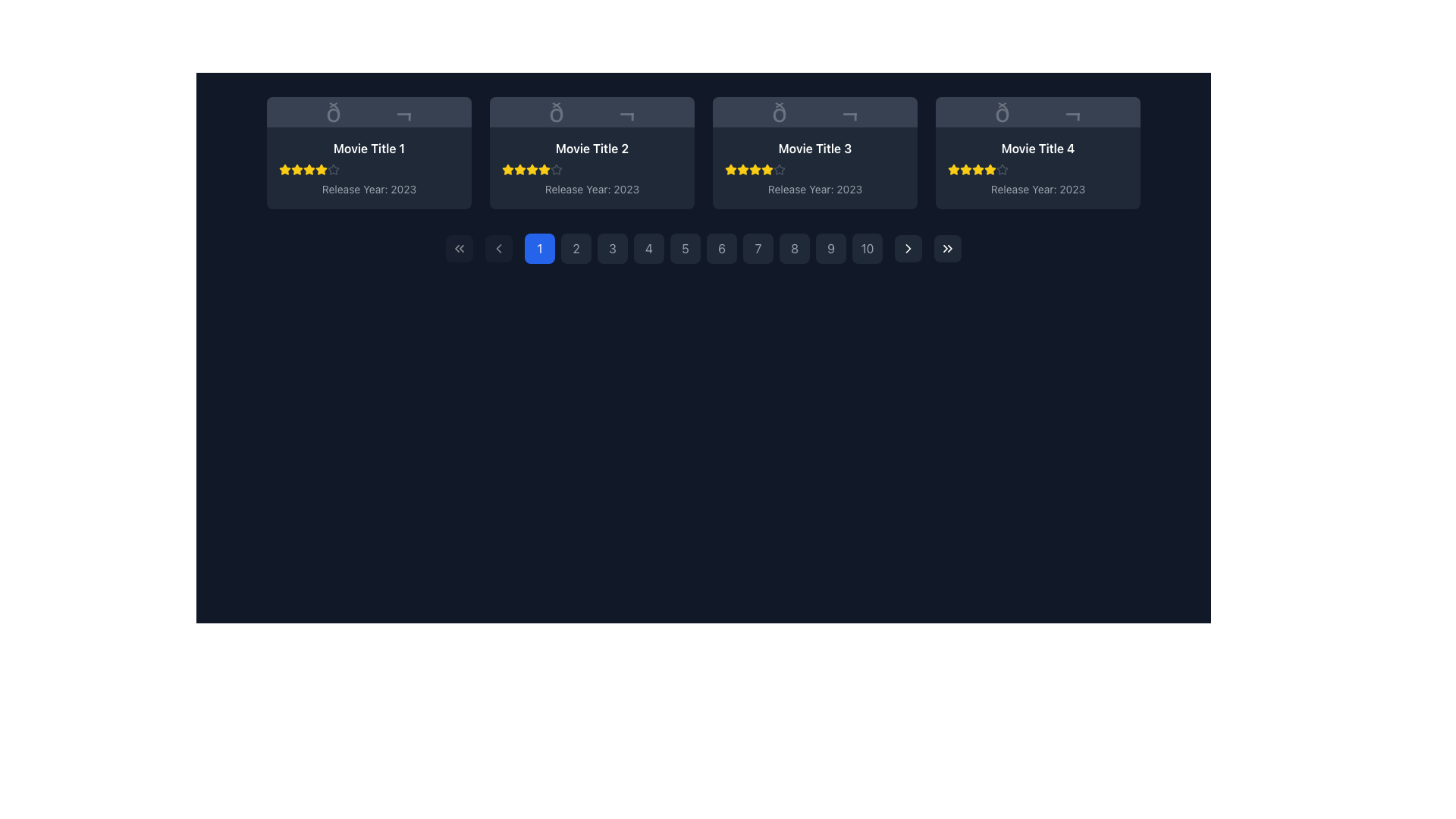 Image resolution: width=1456 pixels, height=819 pixels. I want to click on the first yellow star-shaped icon in the rating mechanism for 'Movie Title 4' to interact with it, so click(952, 169).